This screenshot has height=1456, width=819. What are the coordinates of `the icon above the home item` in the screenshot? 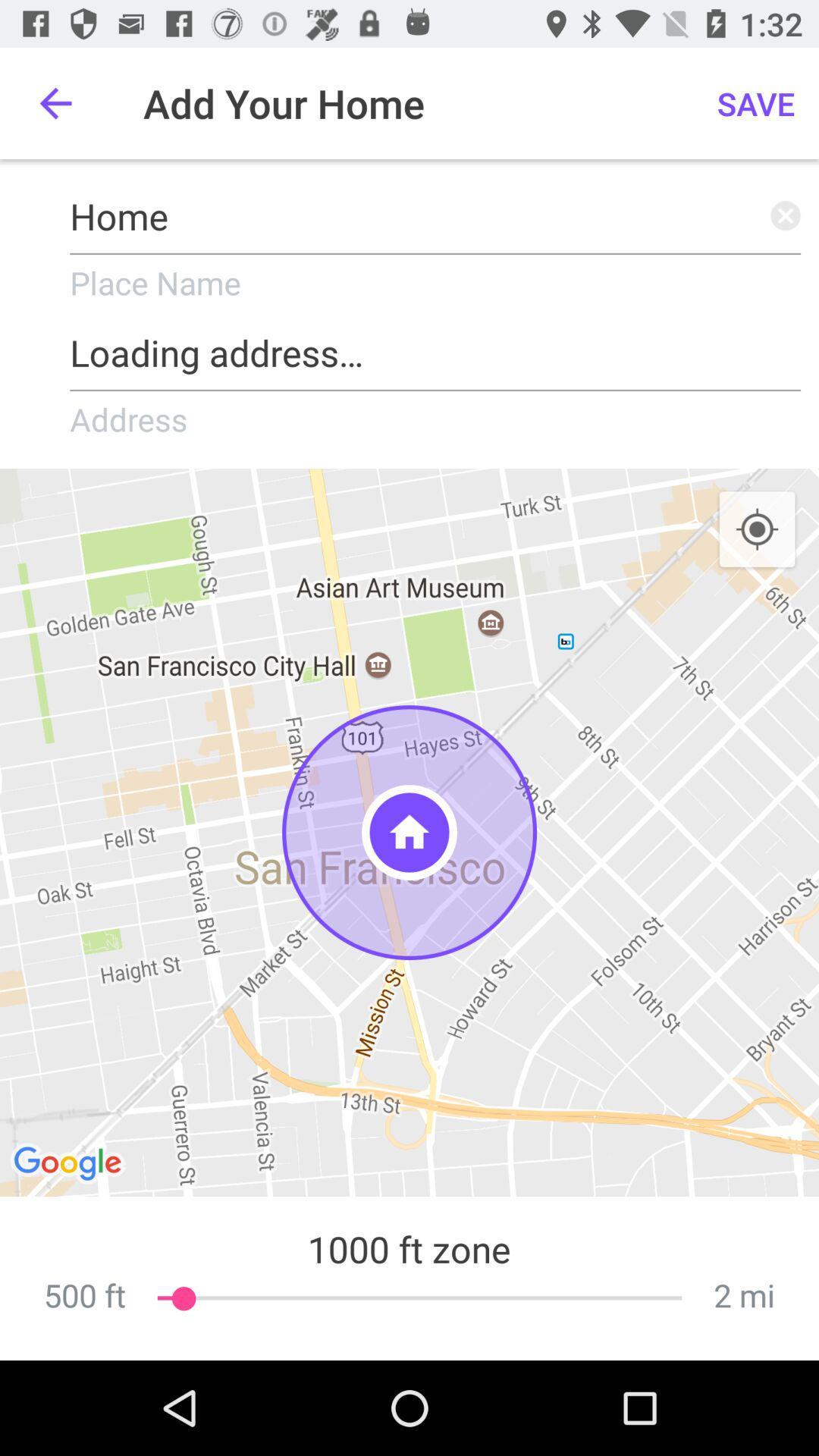 It's located at (756, 102).